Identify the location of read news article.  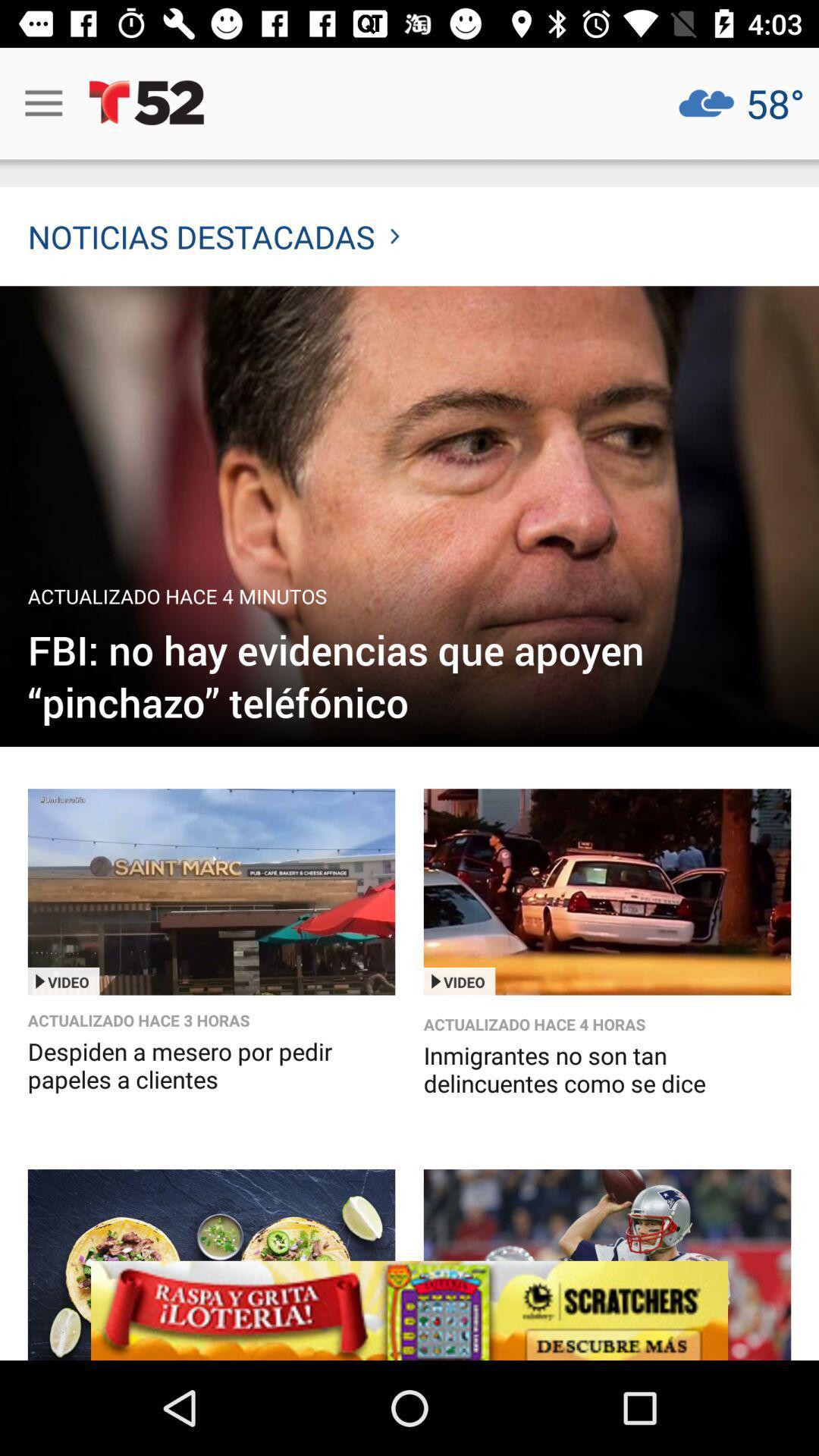
(409, 516).